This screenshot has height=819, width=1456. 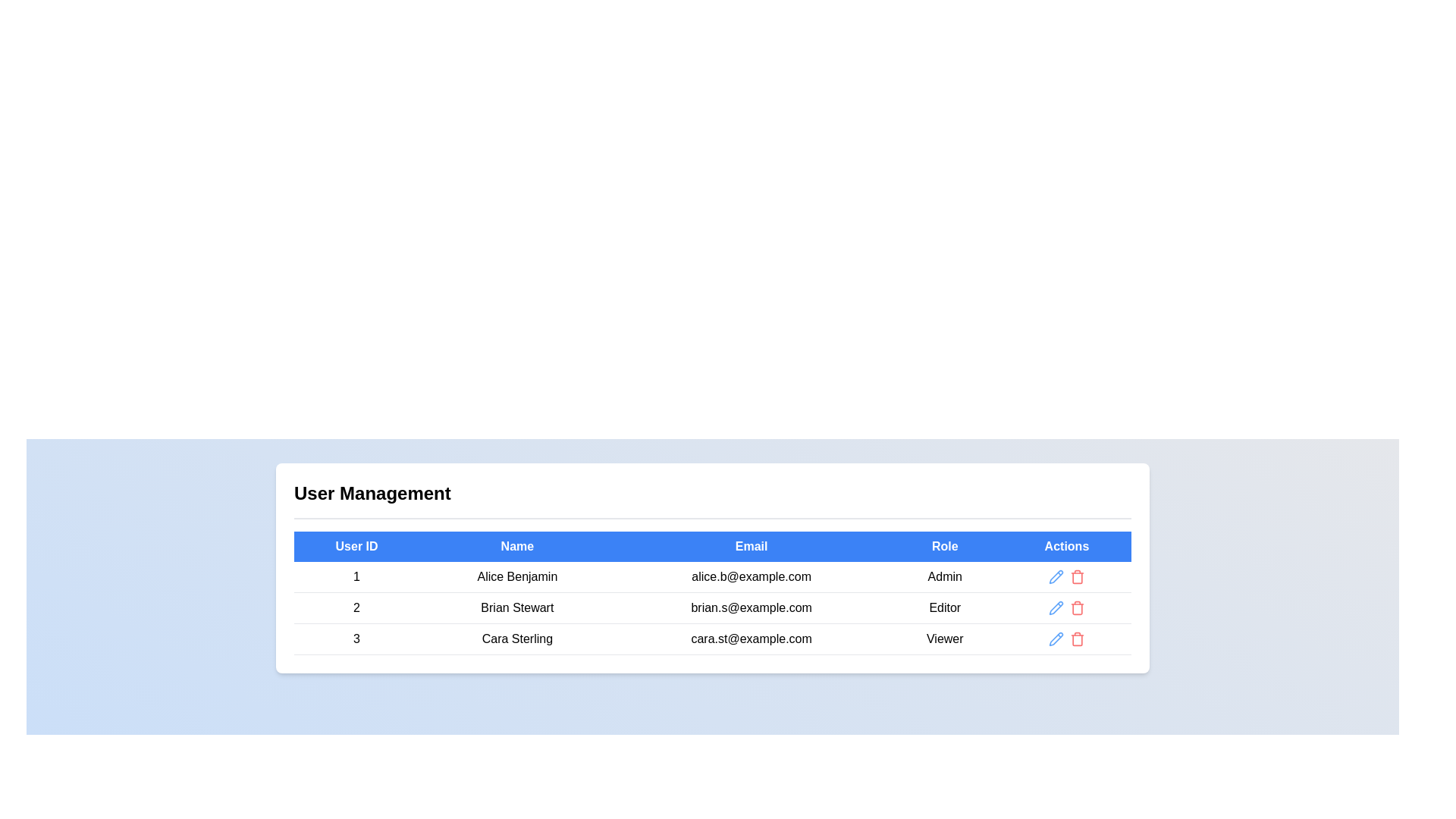 I want to click on the blue pencil icon in the 'Actions' column to initiate editing the first user's data, so click(x=1055, y=576).